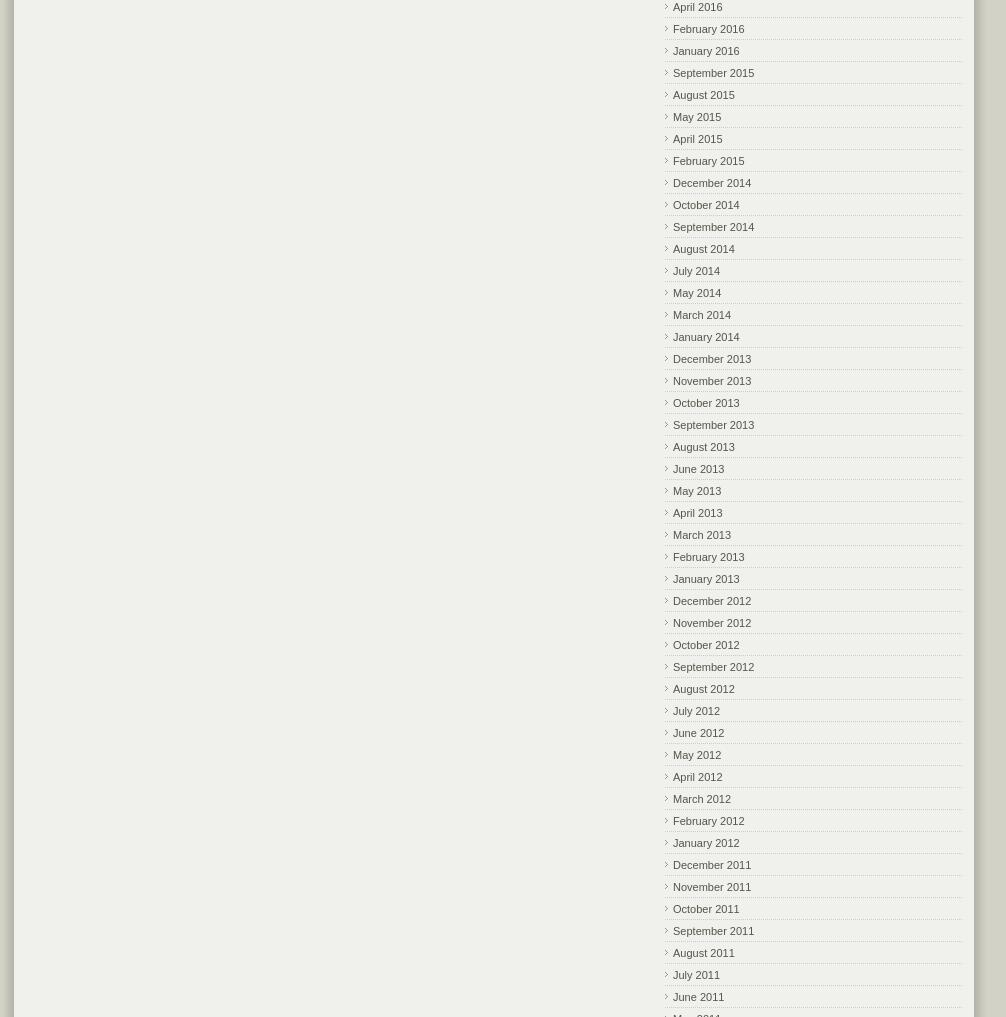 The height and width of the screenshot is (1017, 1006). Describe the element at coordinates (706, 643) in the screenshot. I see `'October 2012'` at that location.